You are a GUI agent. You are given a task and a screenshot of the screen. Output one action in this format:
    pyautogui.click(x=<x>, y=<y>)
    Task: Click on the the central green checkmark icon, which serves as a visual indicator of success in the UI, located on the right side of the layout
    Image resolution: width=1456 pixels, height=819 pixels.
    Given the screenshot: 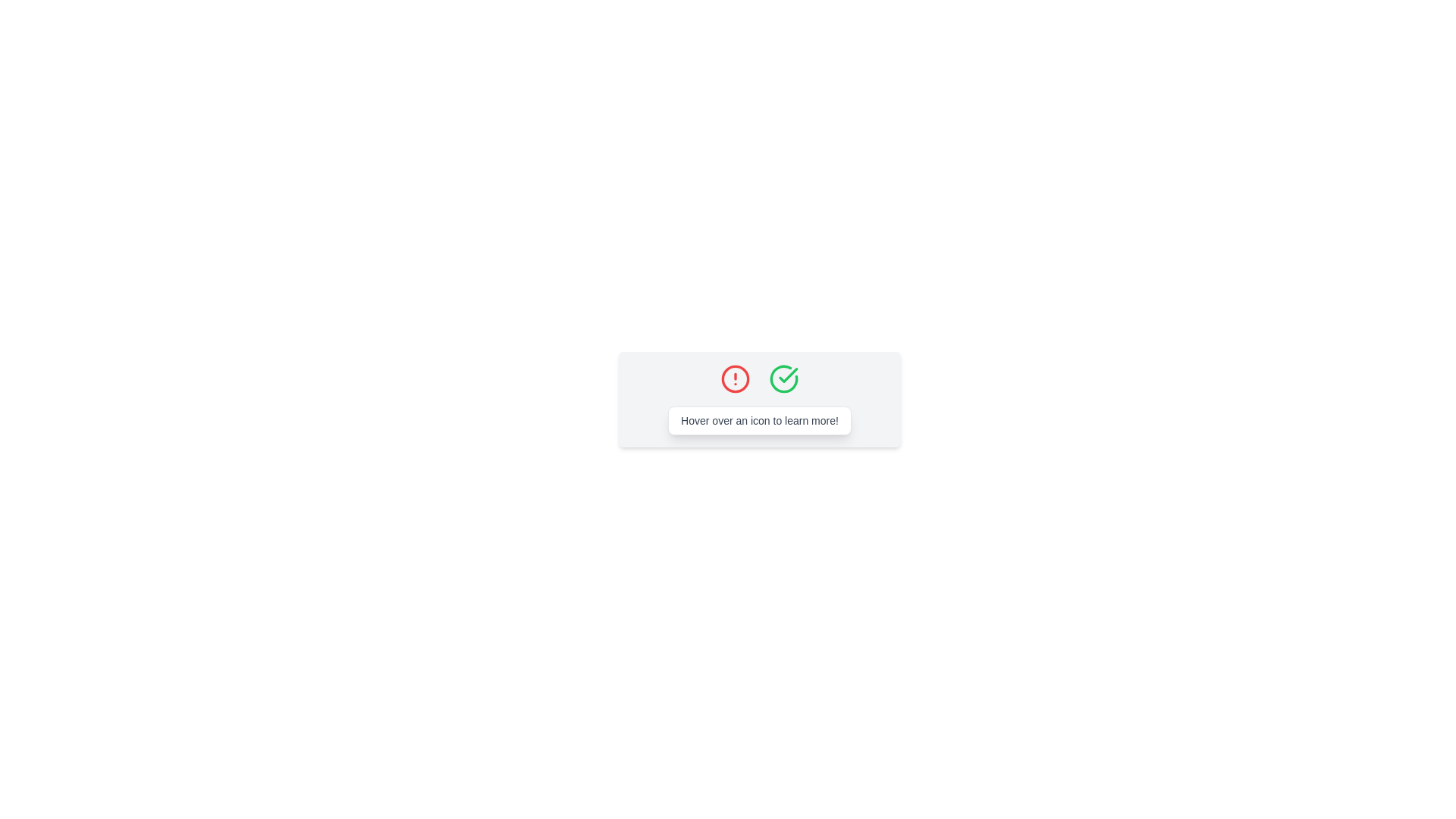 What is the action you would take?
    pyautogui.click(x=788, y=375)
    